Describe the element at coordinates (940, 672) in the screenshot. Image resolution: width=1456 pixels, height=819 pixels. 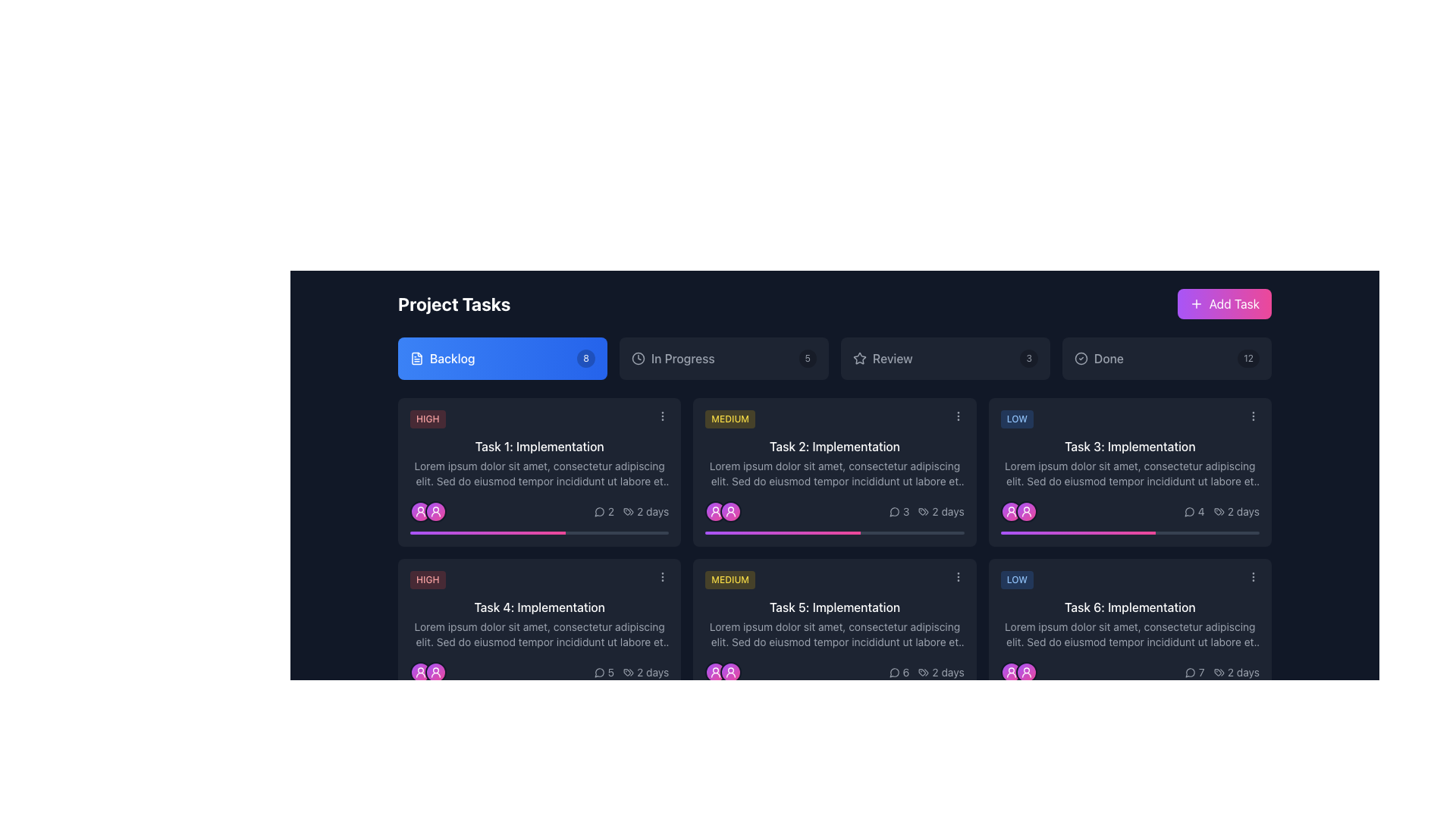
I see `the non-interactive text label displaying estimated or remaining time, which is positioned to the far right within the second card of the lower row in a grid layout, adjacent to an icon` at that location.